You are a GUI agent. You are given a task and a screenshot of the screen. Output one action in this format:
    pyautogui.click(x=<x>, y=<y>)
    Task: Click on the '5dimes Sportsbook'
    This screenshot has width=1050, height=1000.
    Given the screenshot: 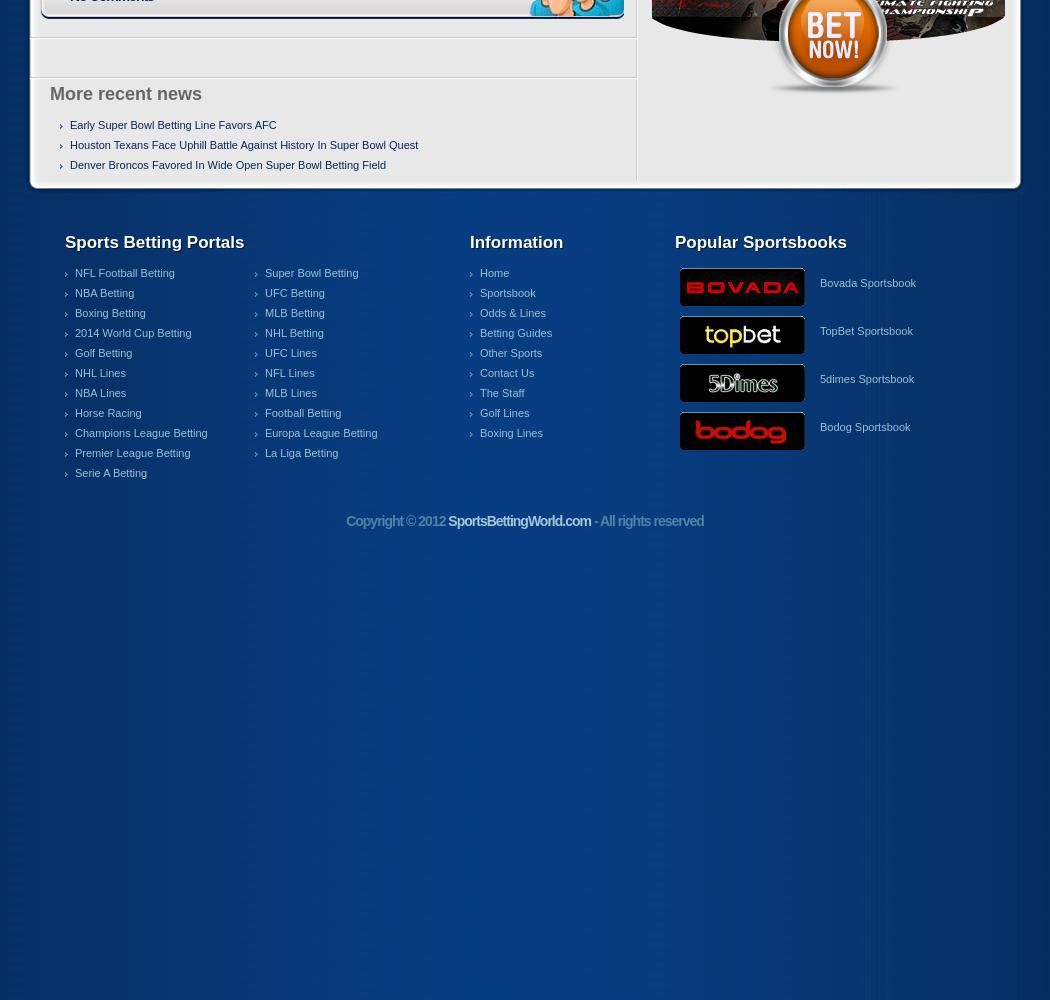 What is the action you would take?
    pyautogui.click(x=865, y=379)
    